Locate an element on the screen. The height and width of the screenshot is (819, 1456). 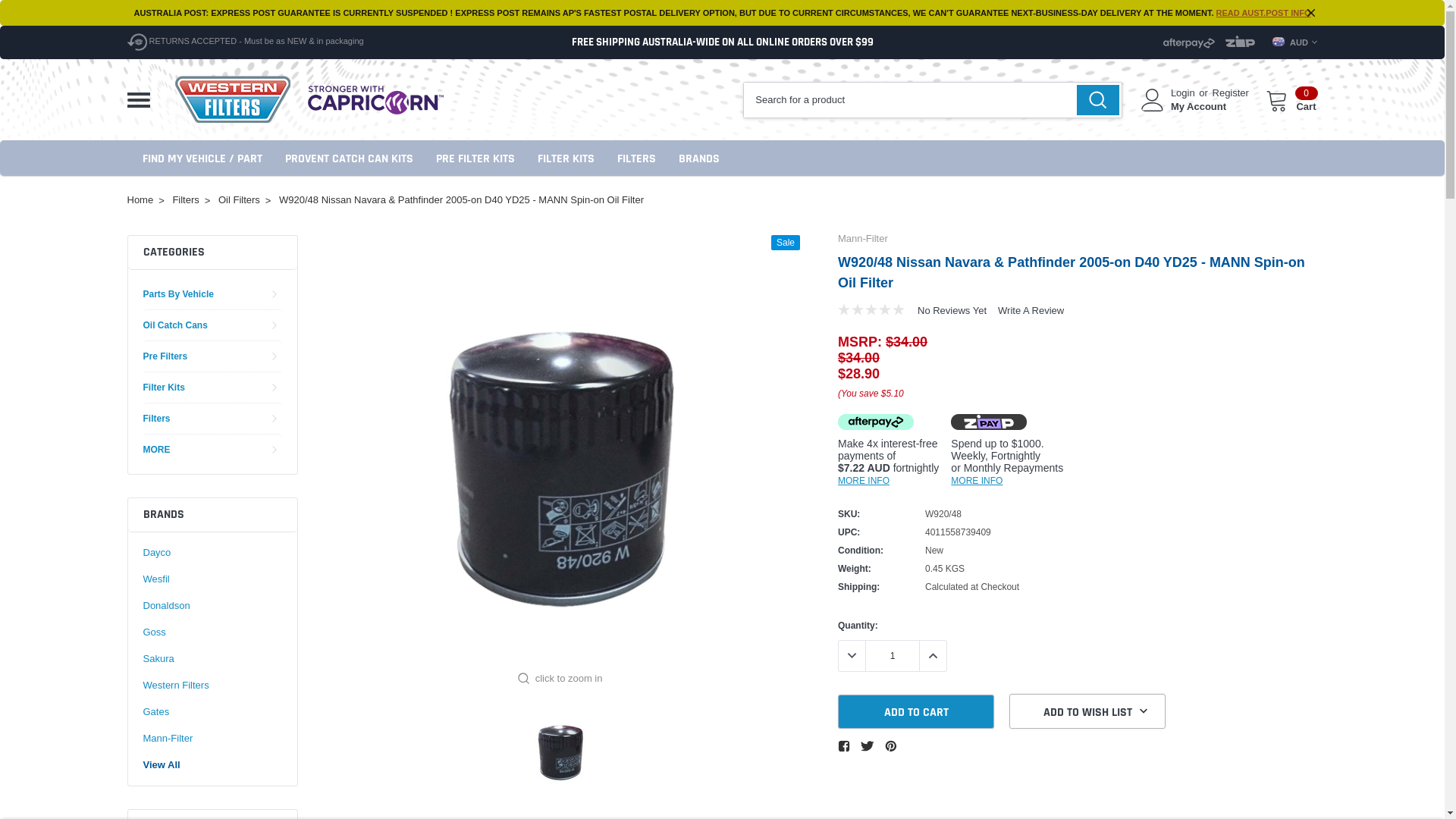
'ADD TO WISH LIST' is located at coordinates (1009, 711).